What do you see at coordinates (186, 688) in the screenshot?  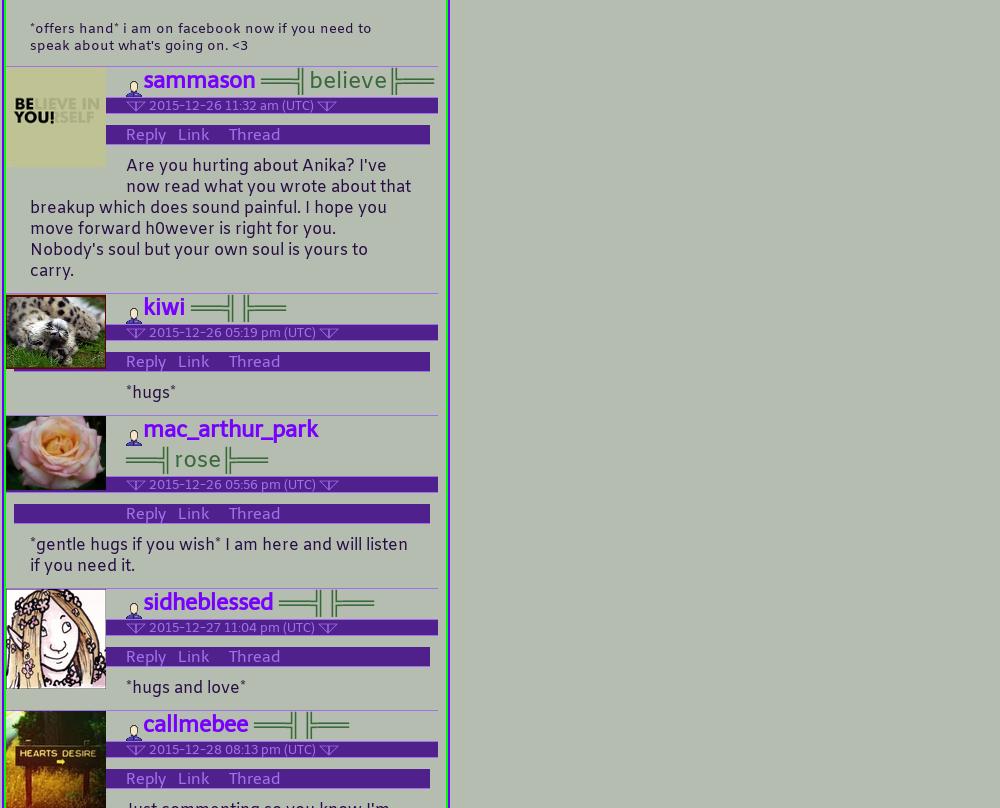 I see `'*hugs and love*'` at bounding box center [186, 688].